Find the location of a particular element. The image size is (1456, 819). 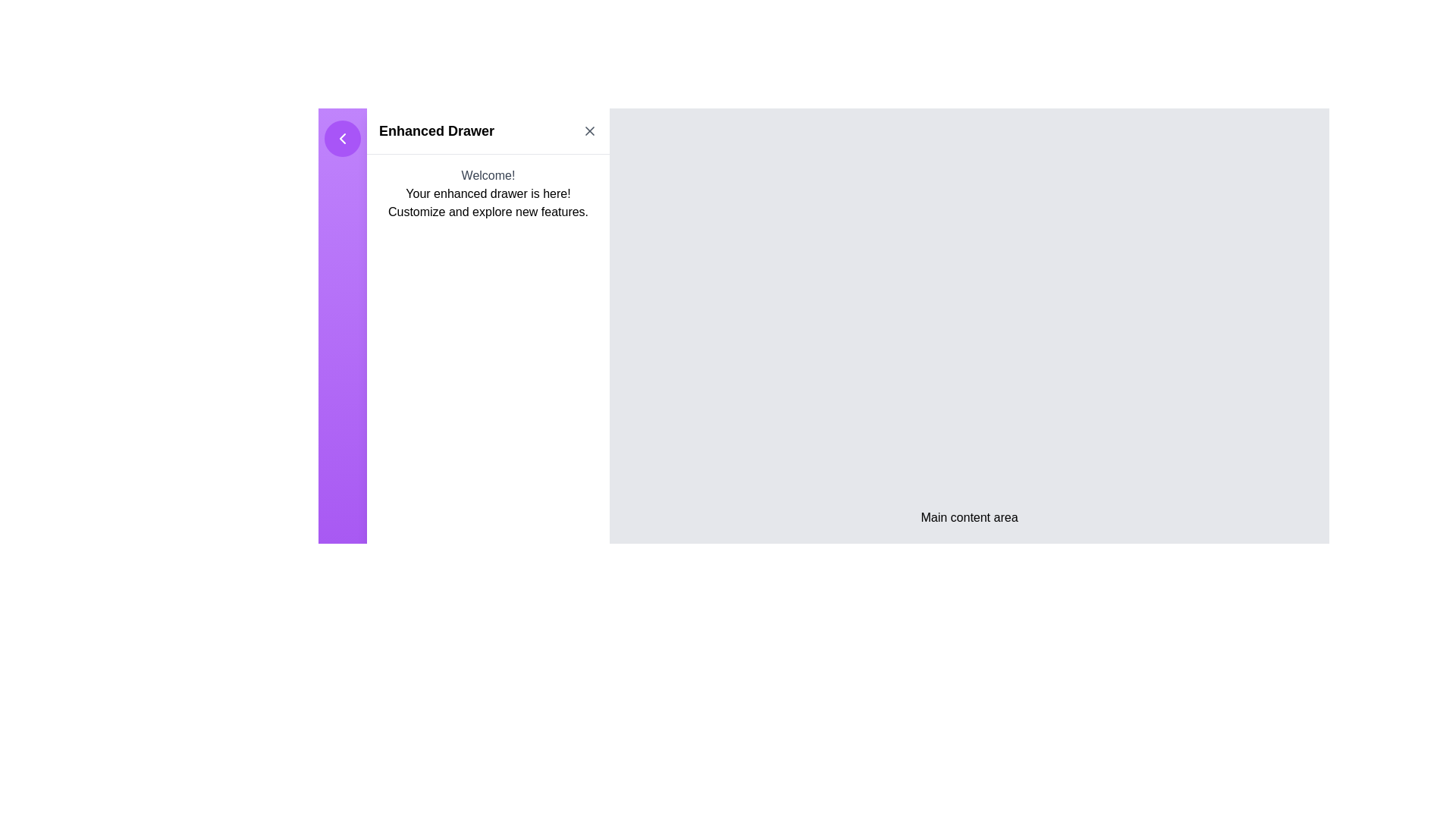

text displayed below the 'Welcome!' message, which says 'Your enhanced drawer is here!' and 'Customize and explore new features.' is located at coordinates (488, 202).